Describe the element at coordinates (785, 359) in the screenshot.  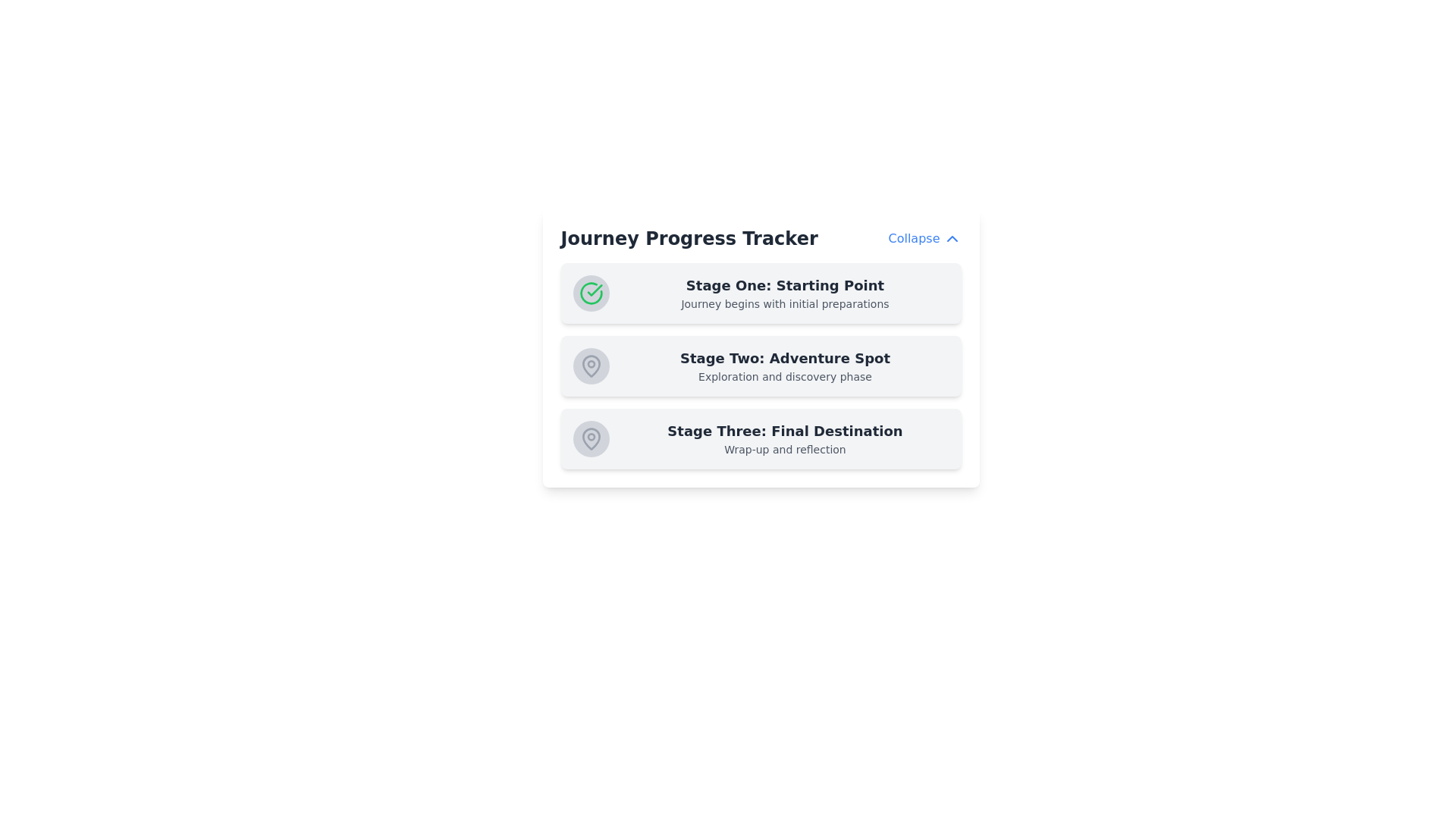
I see `the static text label that indicates 'Stage Two: Adventure Spot', which is the title for the second stage in a progress tracker` at that location.